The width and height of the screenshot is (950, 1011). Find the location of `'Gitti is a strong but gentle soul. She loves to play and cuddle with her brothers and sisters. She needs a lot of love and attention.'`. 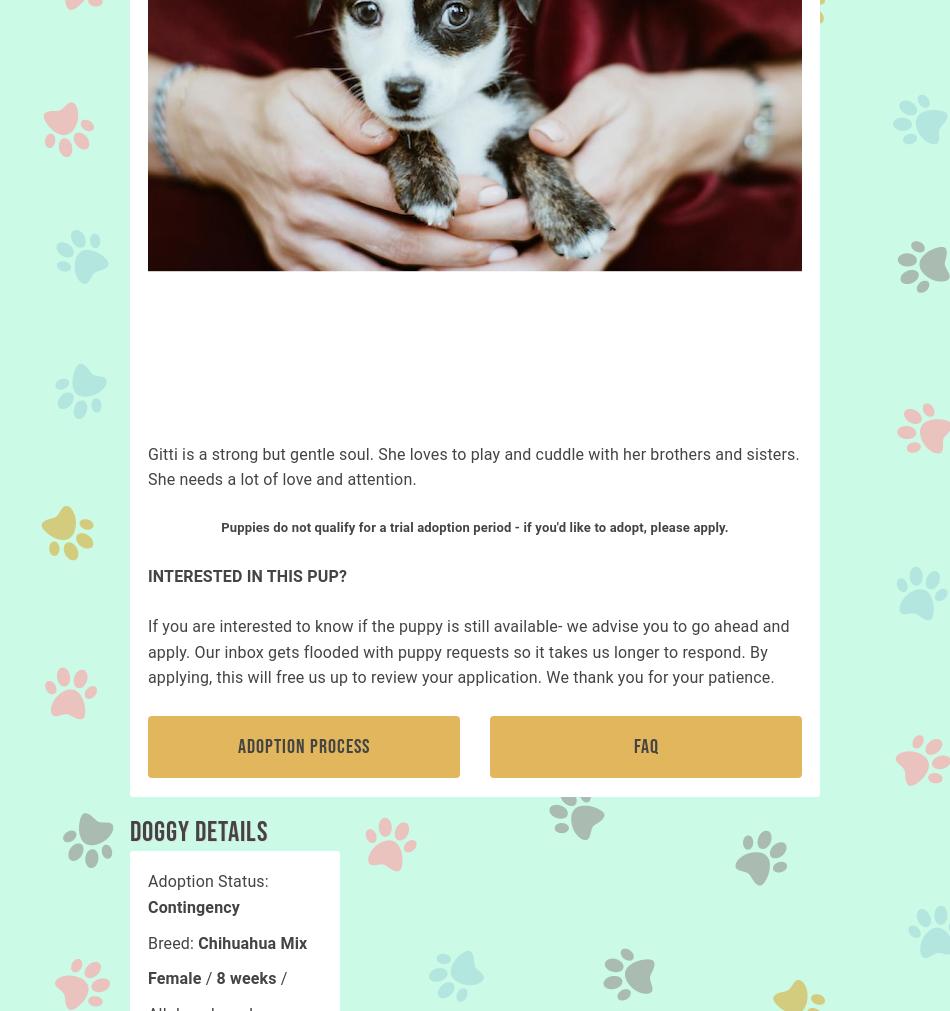

'Gitti is a strong but gentle soul. She loves to play and cuddle with her brothers and sisters. She needs a lot of love and attention.' is located at coordinates (148, 465).